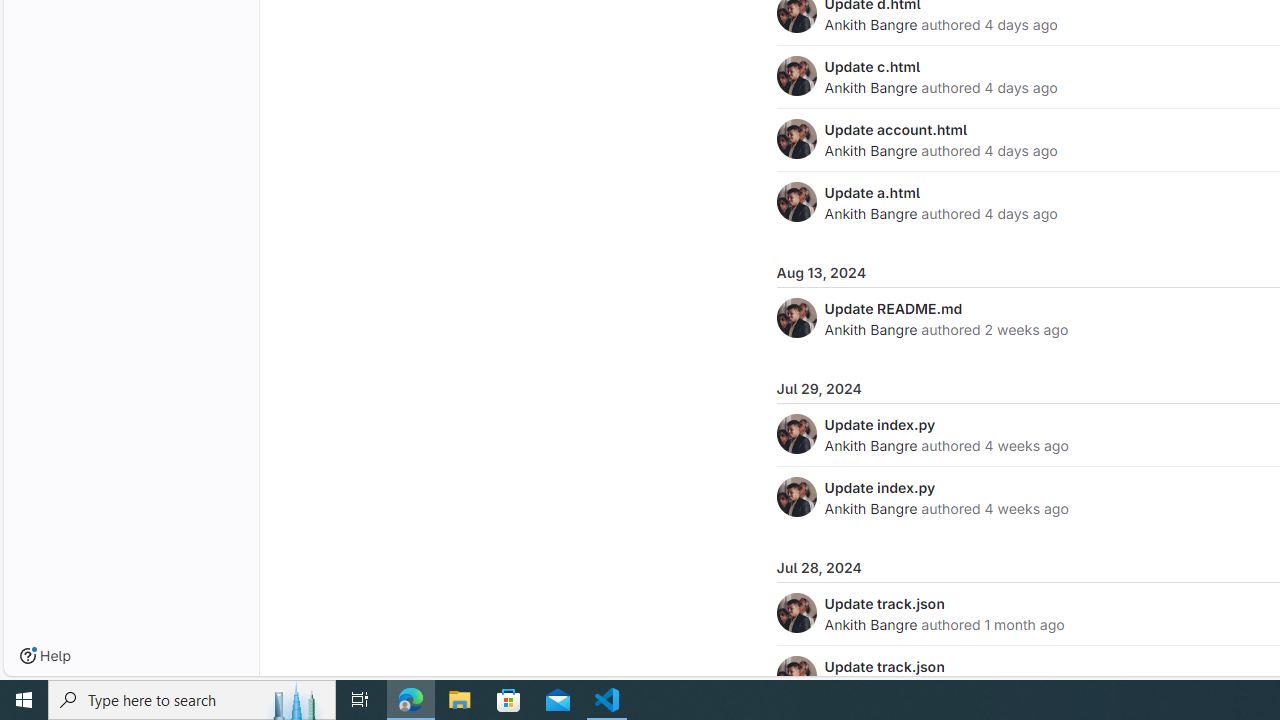 Image resolution: width=1280 pixels, height=720 pixels. Describe the element at coordinates (872, 192) in the screenshot. I see `'Update a.html'` at that location.